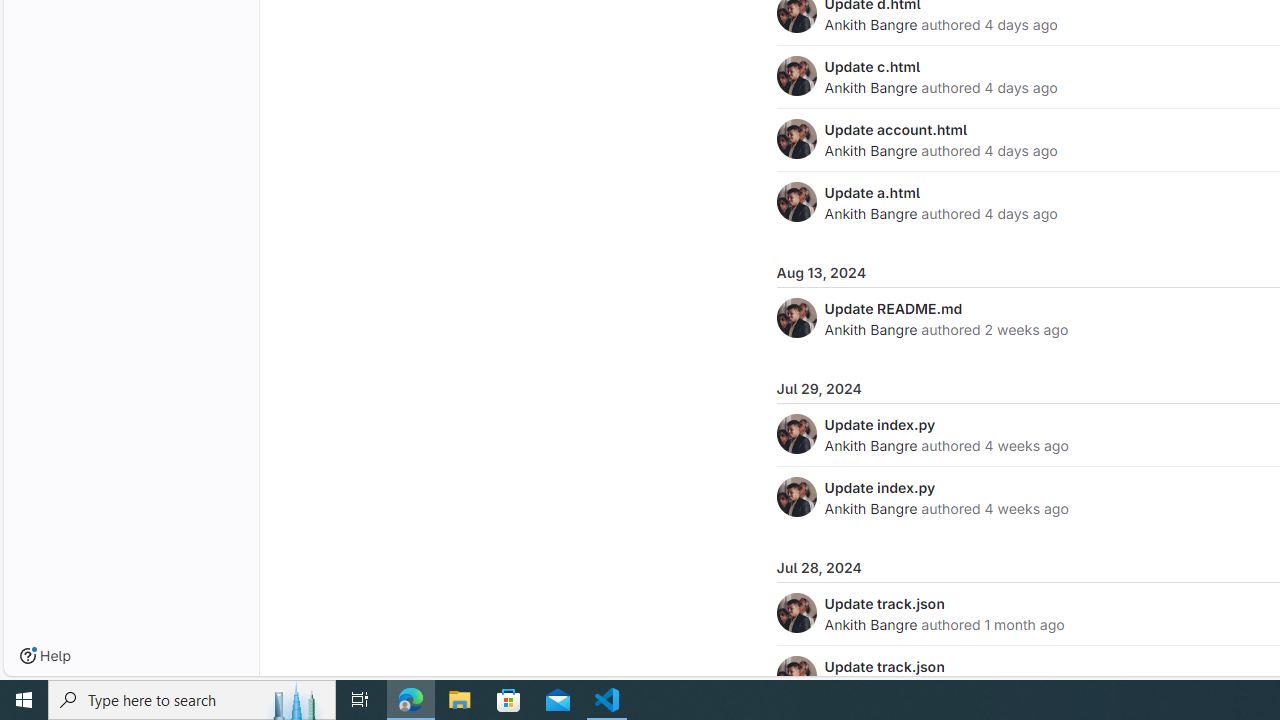 Image resolution: width=1280 pixels, height=720 pixels. Describe the element at coordinates (872, 192) in the screenshot. I see `'Update a.html'` at that location.